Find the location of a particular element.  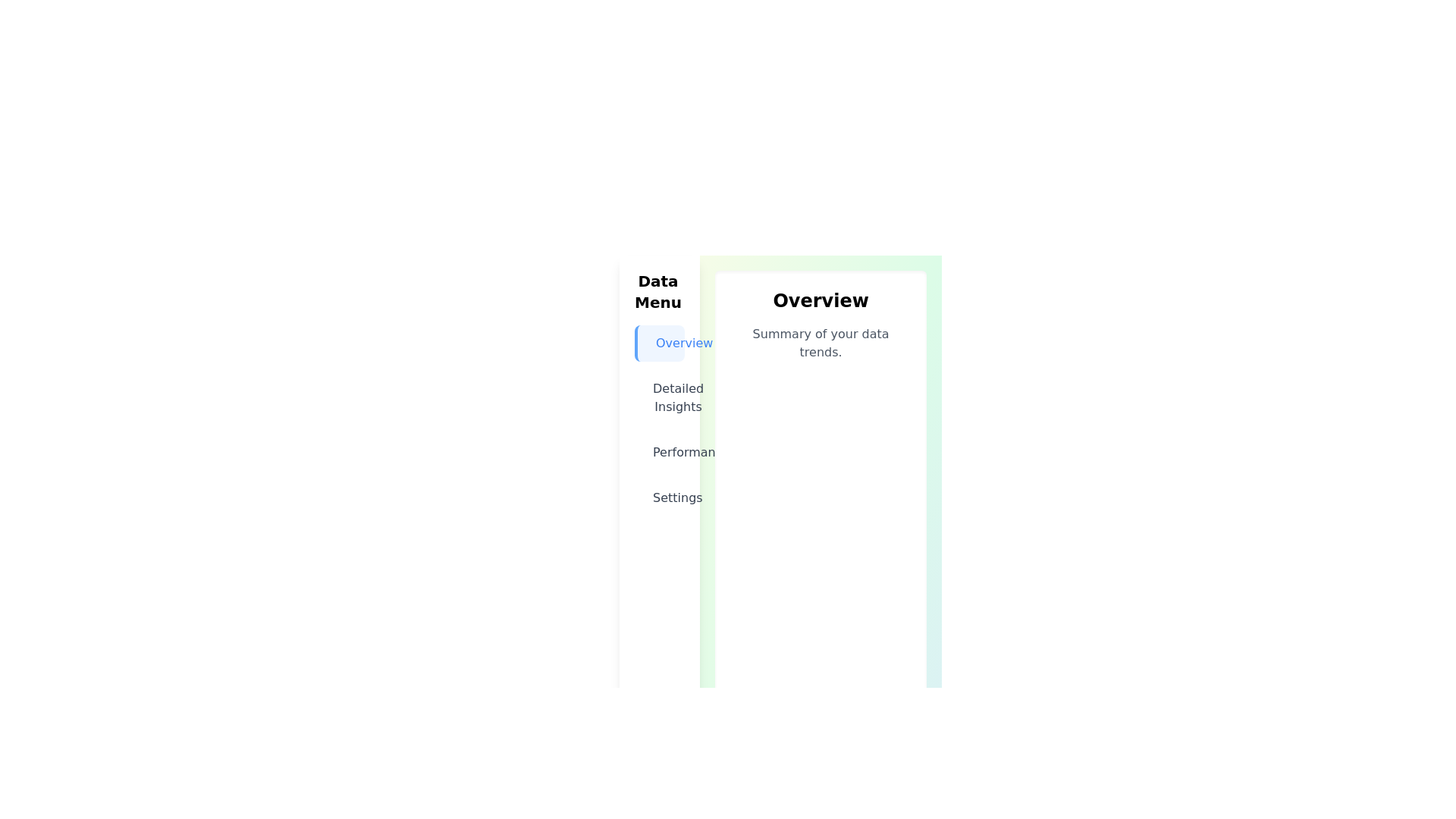

the menu item labeled Performance is located at coordinates (660, 452).